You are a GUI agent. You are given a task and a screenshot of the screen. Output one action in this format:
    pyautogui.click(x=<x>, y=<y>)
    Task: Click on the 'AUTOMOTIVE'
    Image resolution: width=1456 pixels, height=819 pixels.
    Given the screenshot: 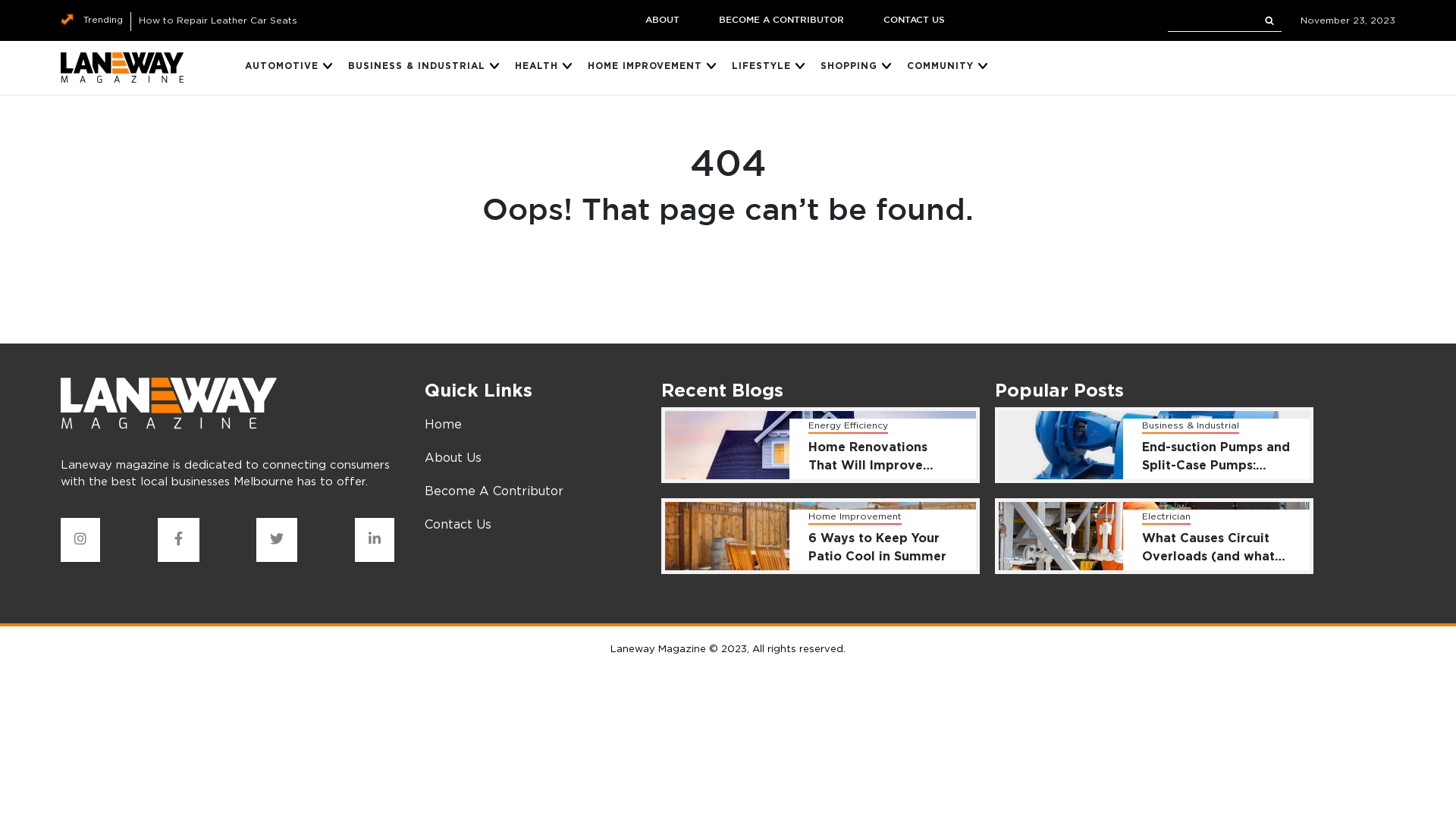 What is the action you would take?
    pyautogui.click(x=281, y=67)
    